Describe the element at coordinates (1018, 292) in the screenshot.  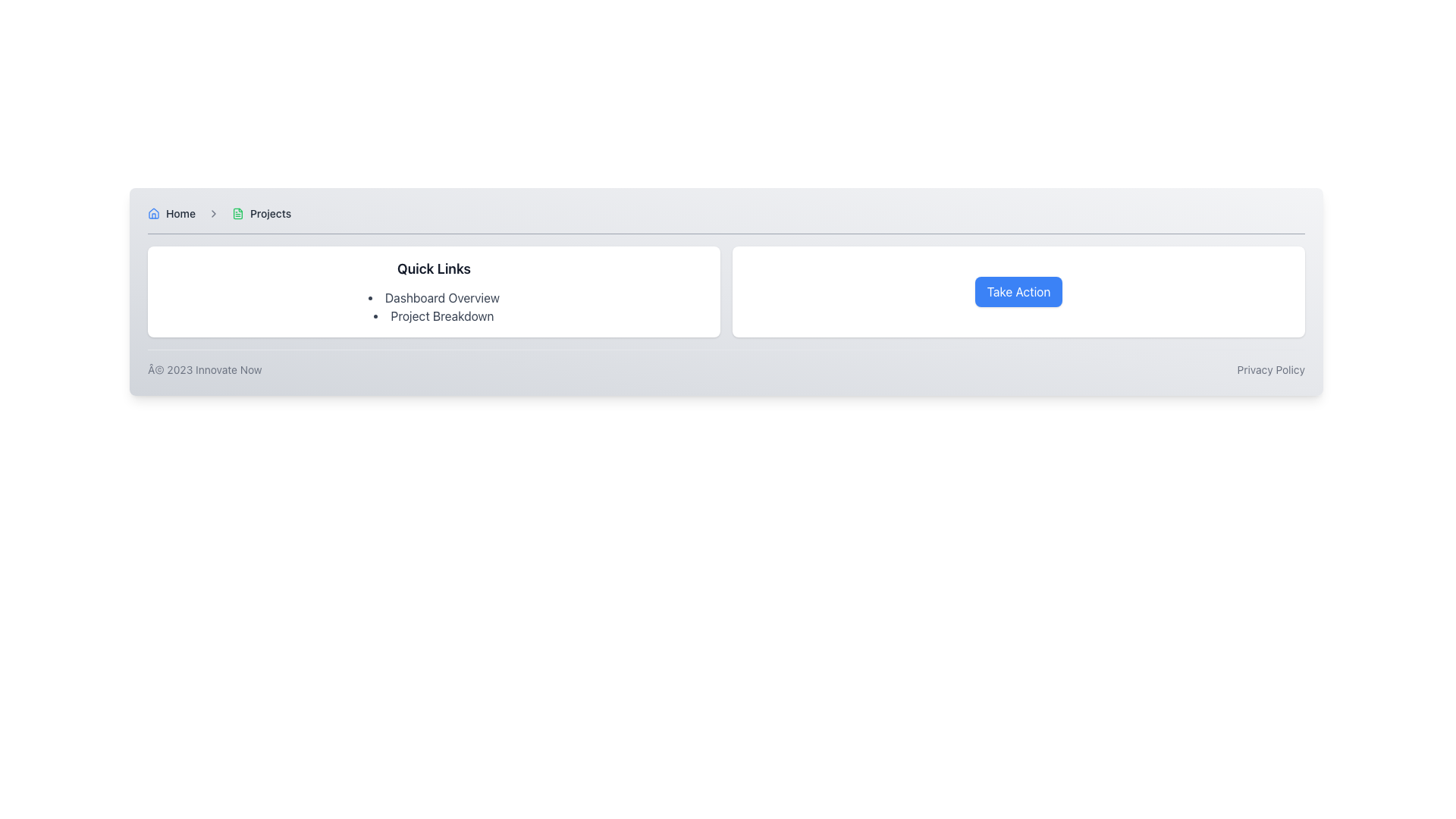
I see `the rectangular button with rounded corners that has a blue background and white text saying 'Take Action' to observe the color change` at that location.